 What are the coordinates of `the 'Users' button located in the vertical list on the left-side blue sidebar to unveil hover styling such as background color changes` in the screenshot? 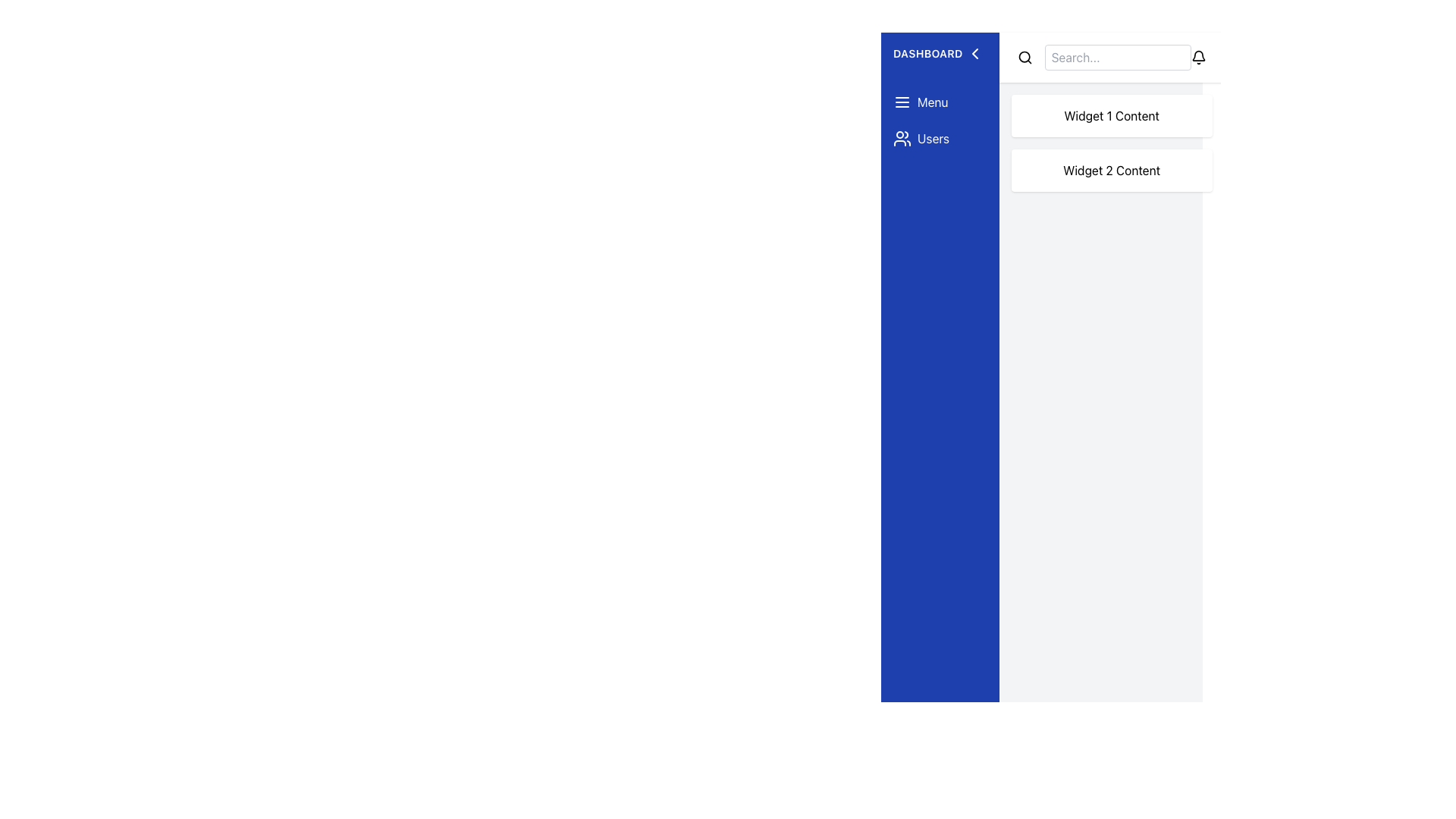 It's located at (939, 138).